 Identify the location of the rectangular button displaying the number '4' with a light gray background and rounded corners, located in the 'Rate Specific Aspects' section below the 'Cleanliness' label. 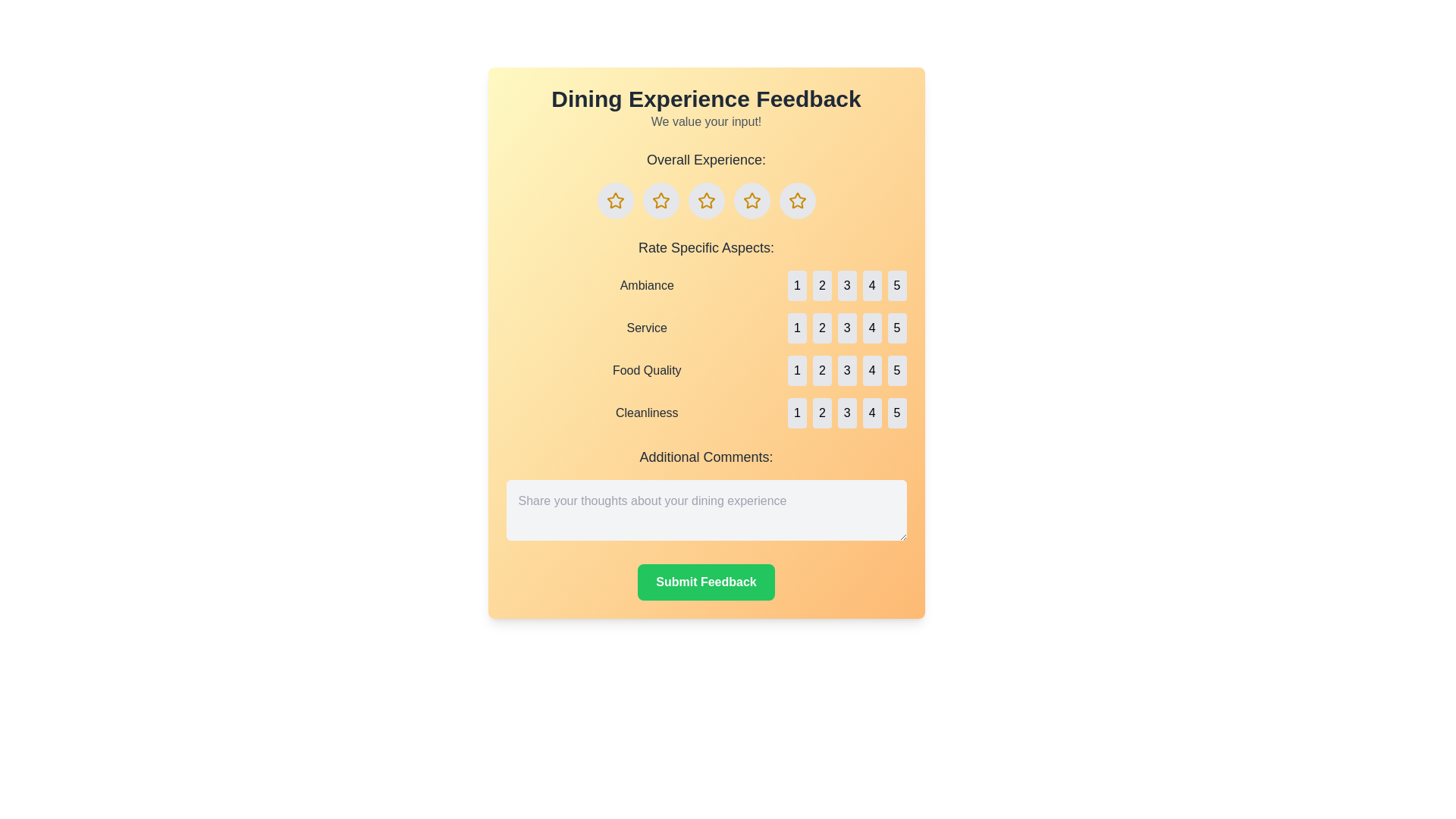
(872, 413).